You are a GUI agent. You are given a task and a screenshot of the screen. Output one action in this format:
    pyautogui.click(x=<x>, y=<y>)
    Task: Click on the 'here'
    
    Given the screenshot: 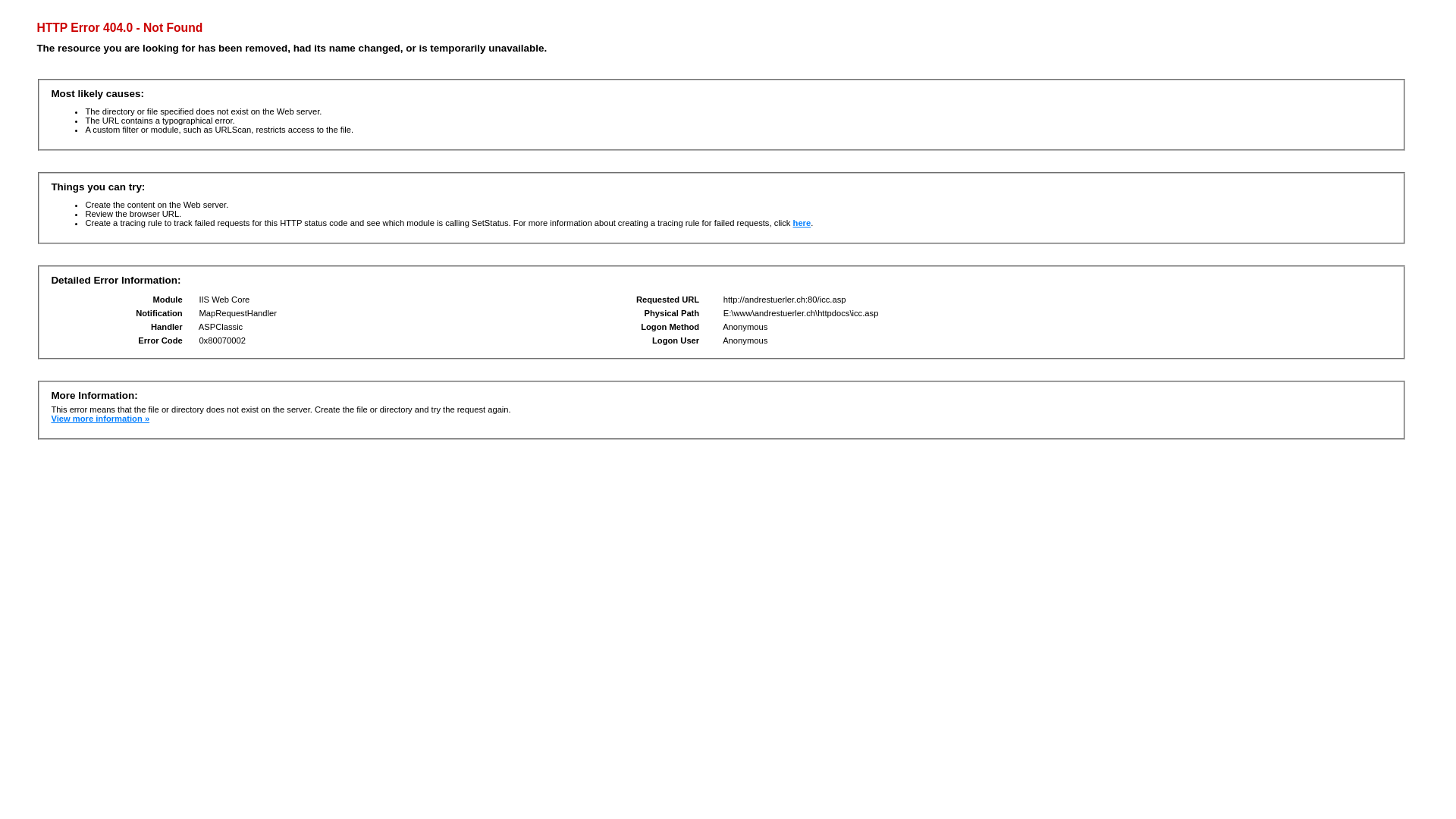 What is the action you would take?
    pyautogui.click(x=801, y=222)
    